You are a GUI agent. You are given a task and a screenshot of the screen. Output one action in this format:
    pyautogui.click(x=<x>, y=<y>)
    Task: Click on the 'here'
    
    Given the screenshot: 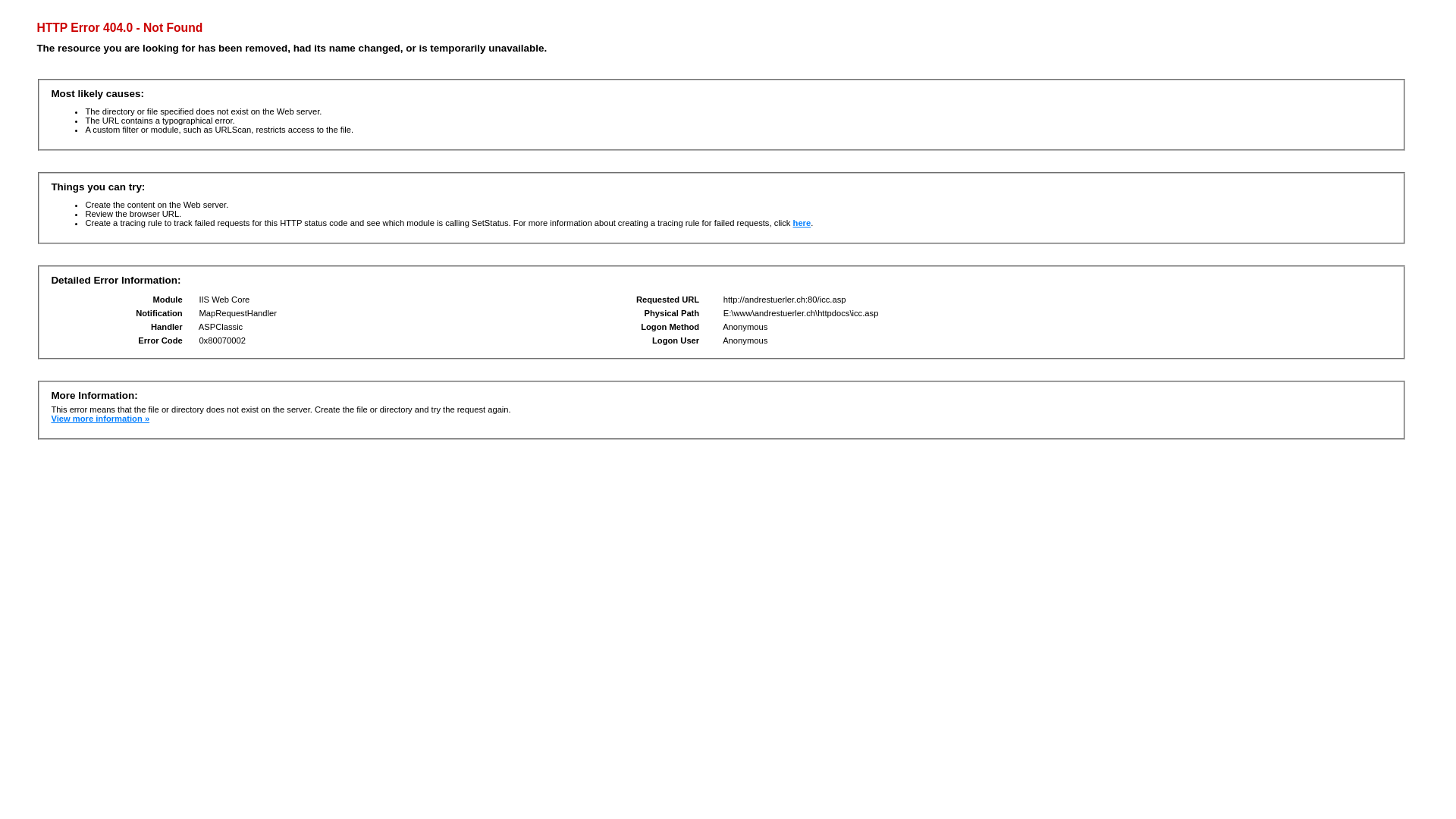 What is the action you would take?
    pyautogui.click(x=801, y=222)
    